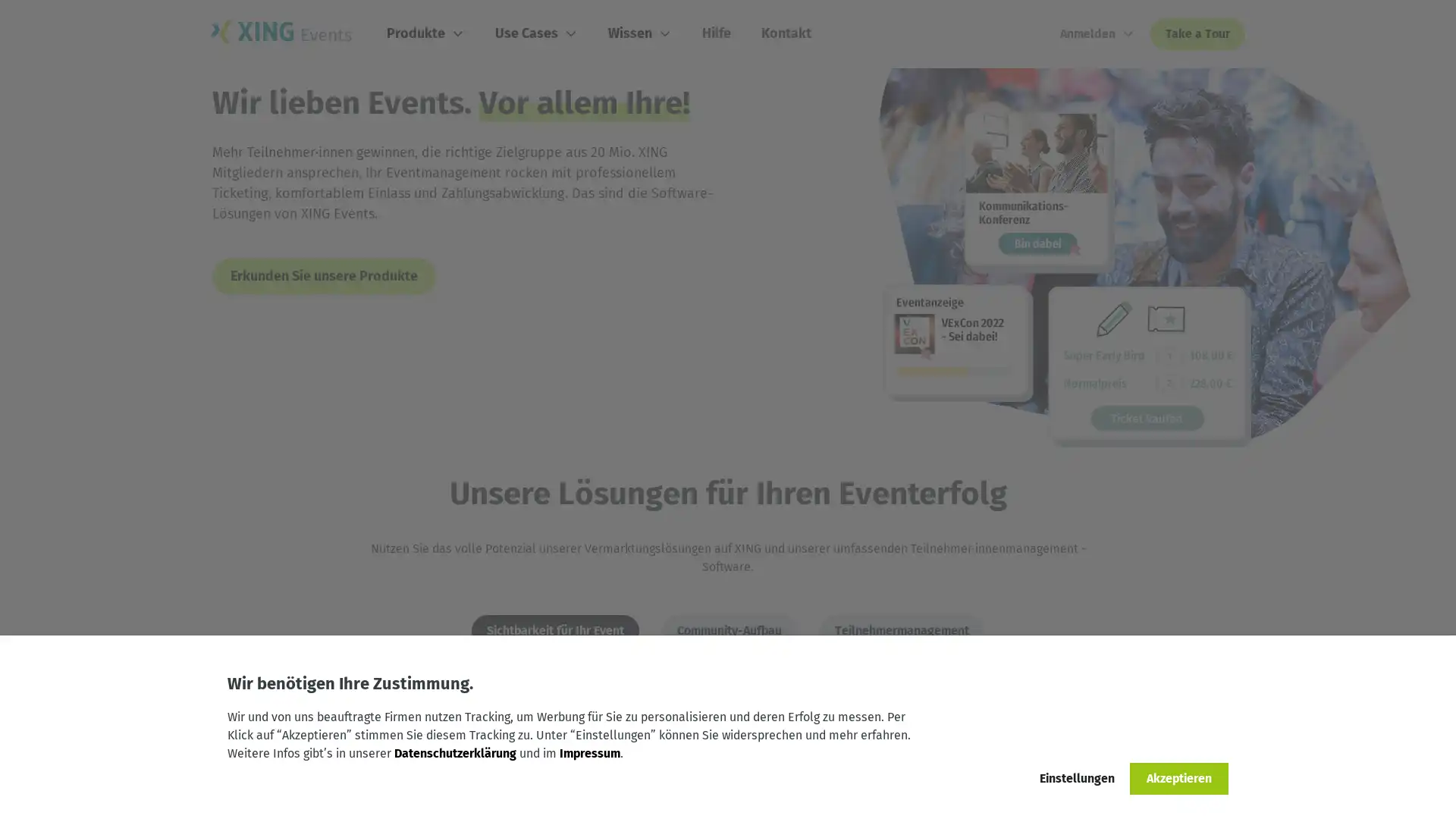  Describe the element at coordinates (1097, 34) in the screenshot. I see `Anmelden Symbol Arrow down` at that location.